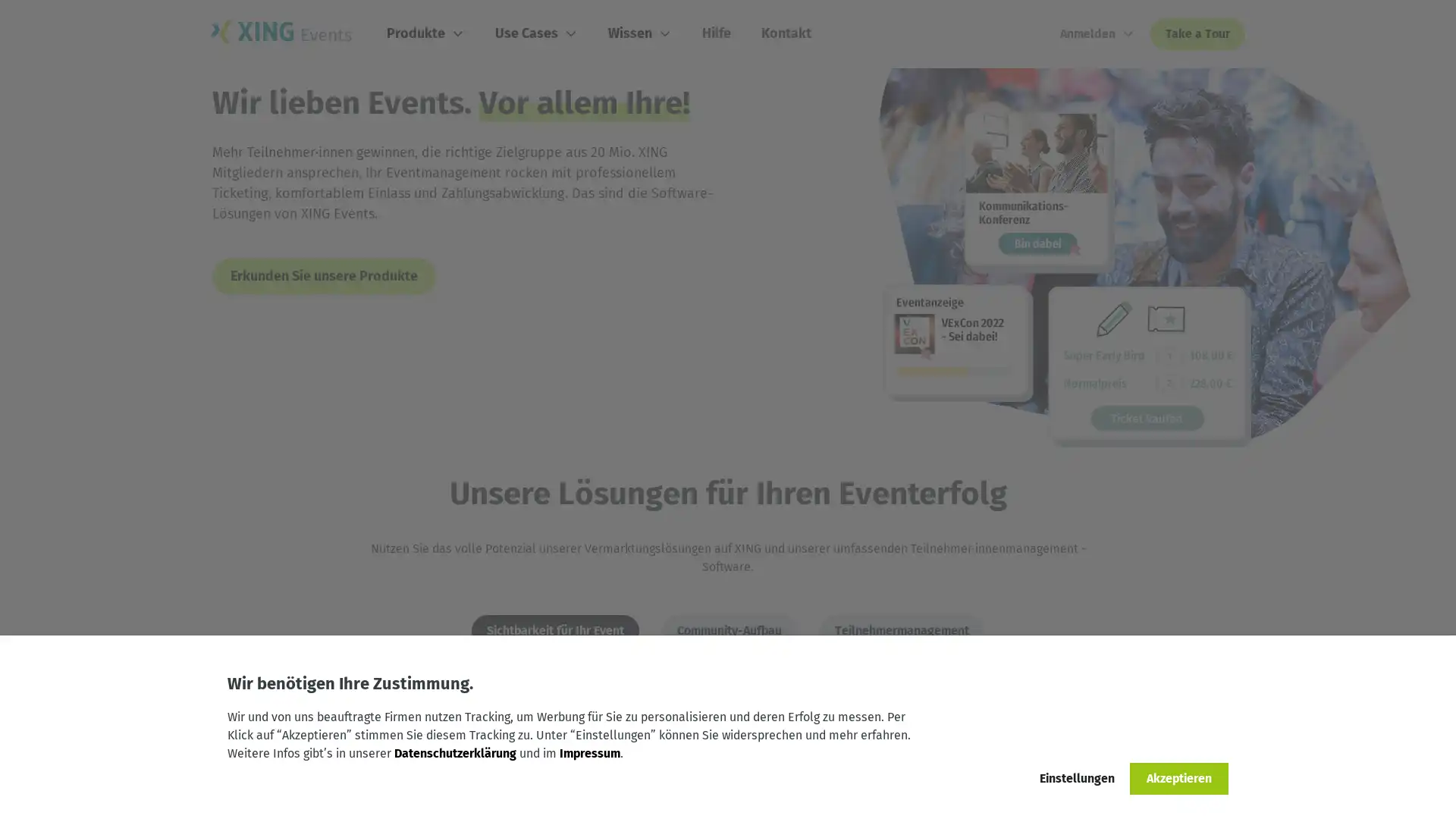  Describe the element at coordinates (1097, 34) in the screenshot. I see `Anmelden Symbol Arrow down` at that location.